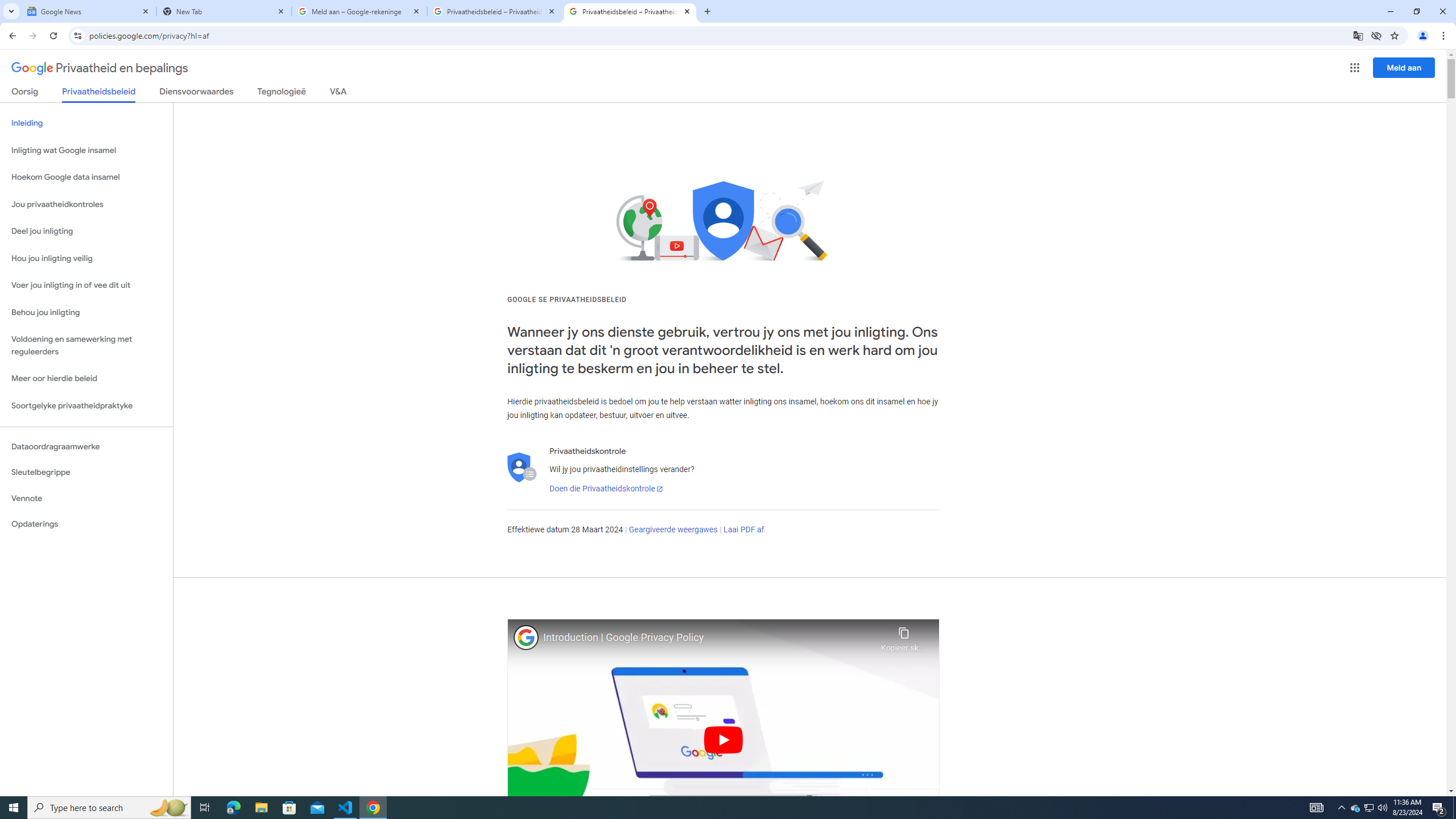  I want to click on 'V&A', so click(337, 93).